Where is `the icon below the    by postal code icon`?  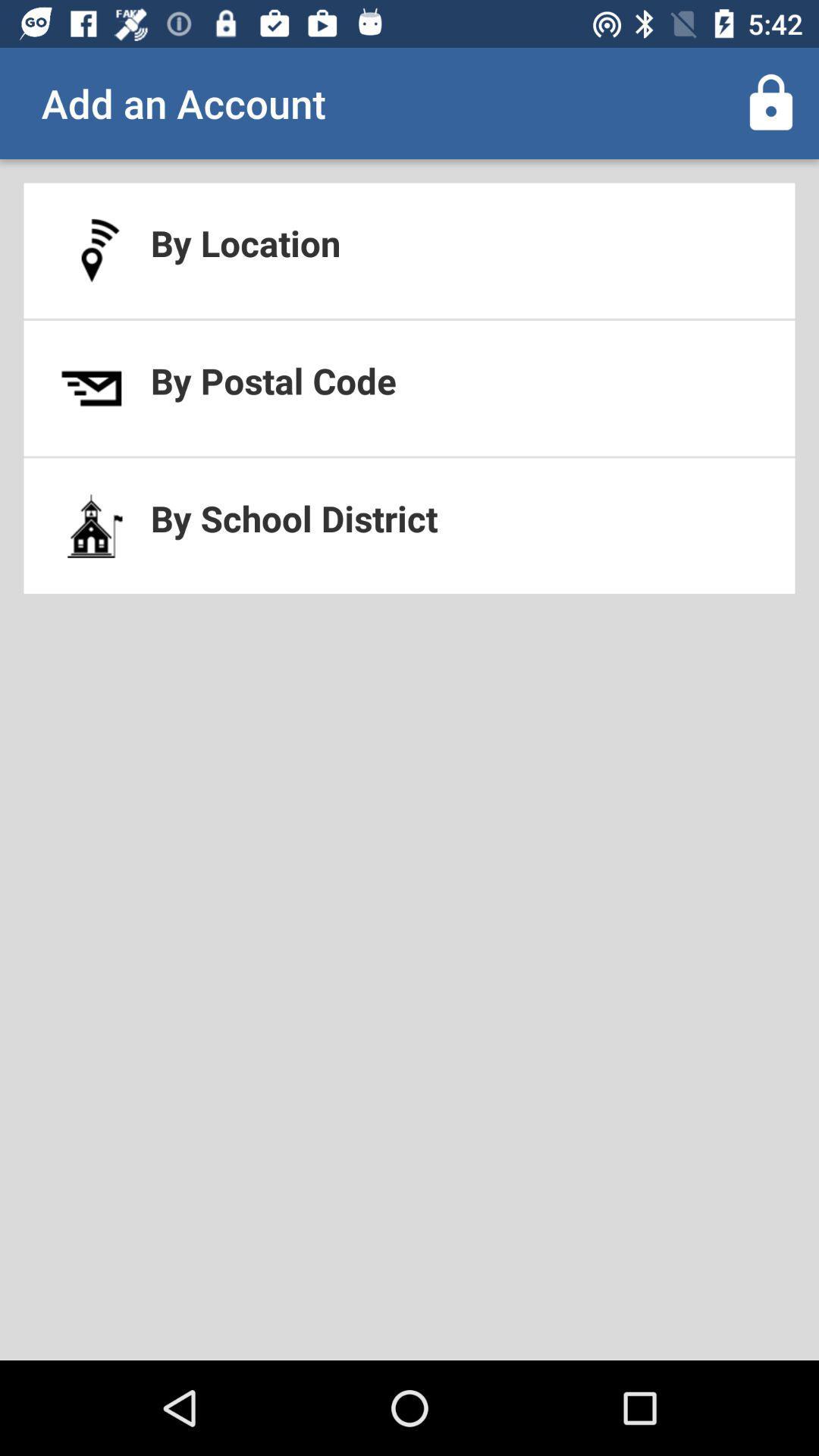 the icon below the    by postal code icon is located at coordinates (409, 526).